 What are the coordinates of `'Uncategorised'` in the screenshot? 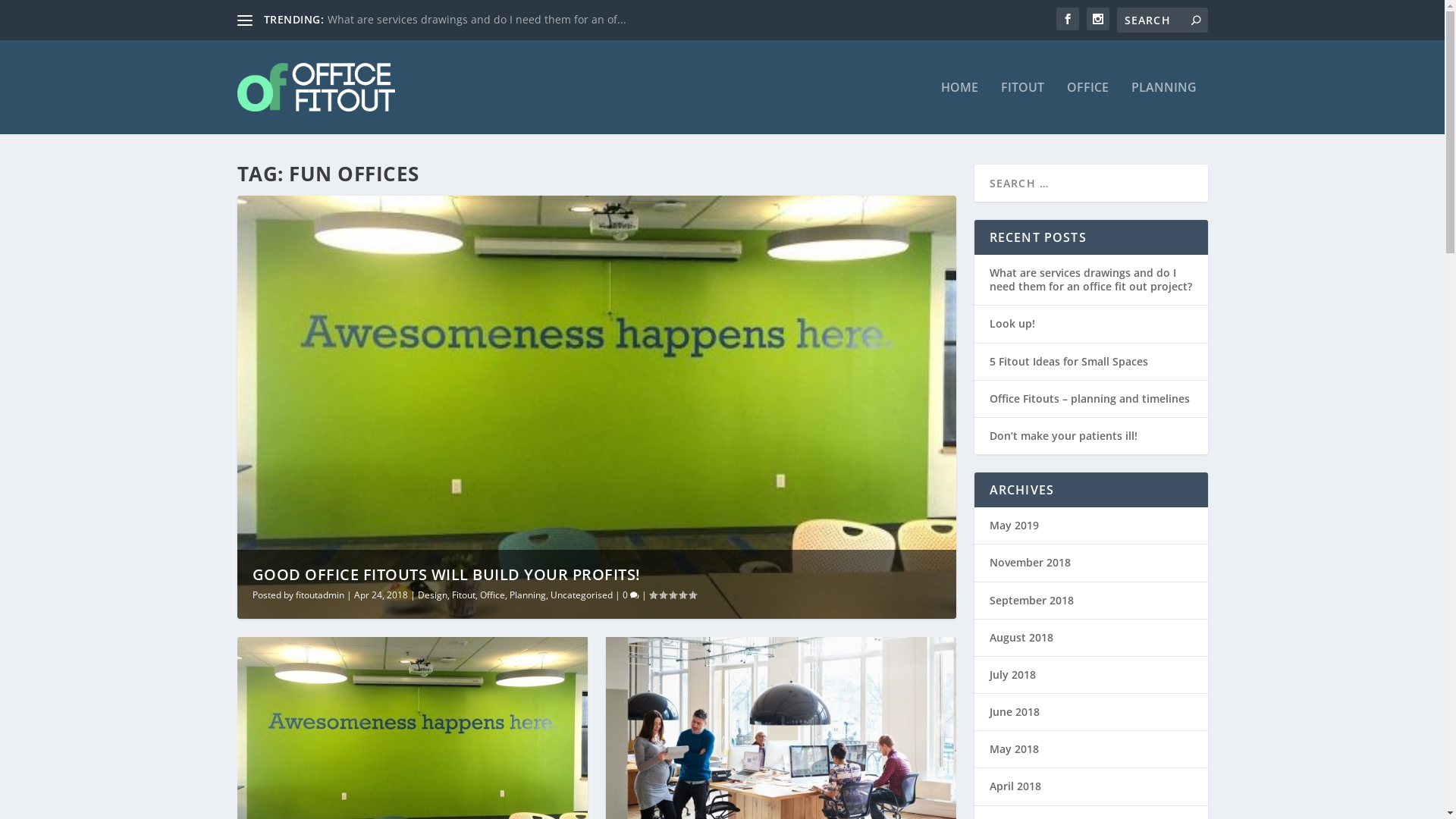 It's located at (581, 594).